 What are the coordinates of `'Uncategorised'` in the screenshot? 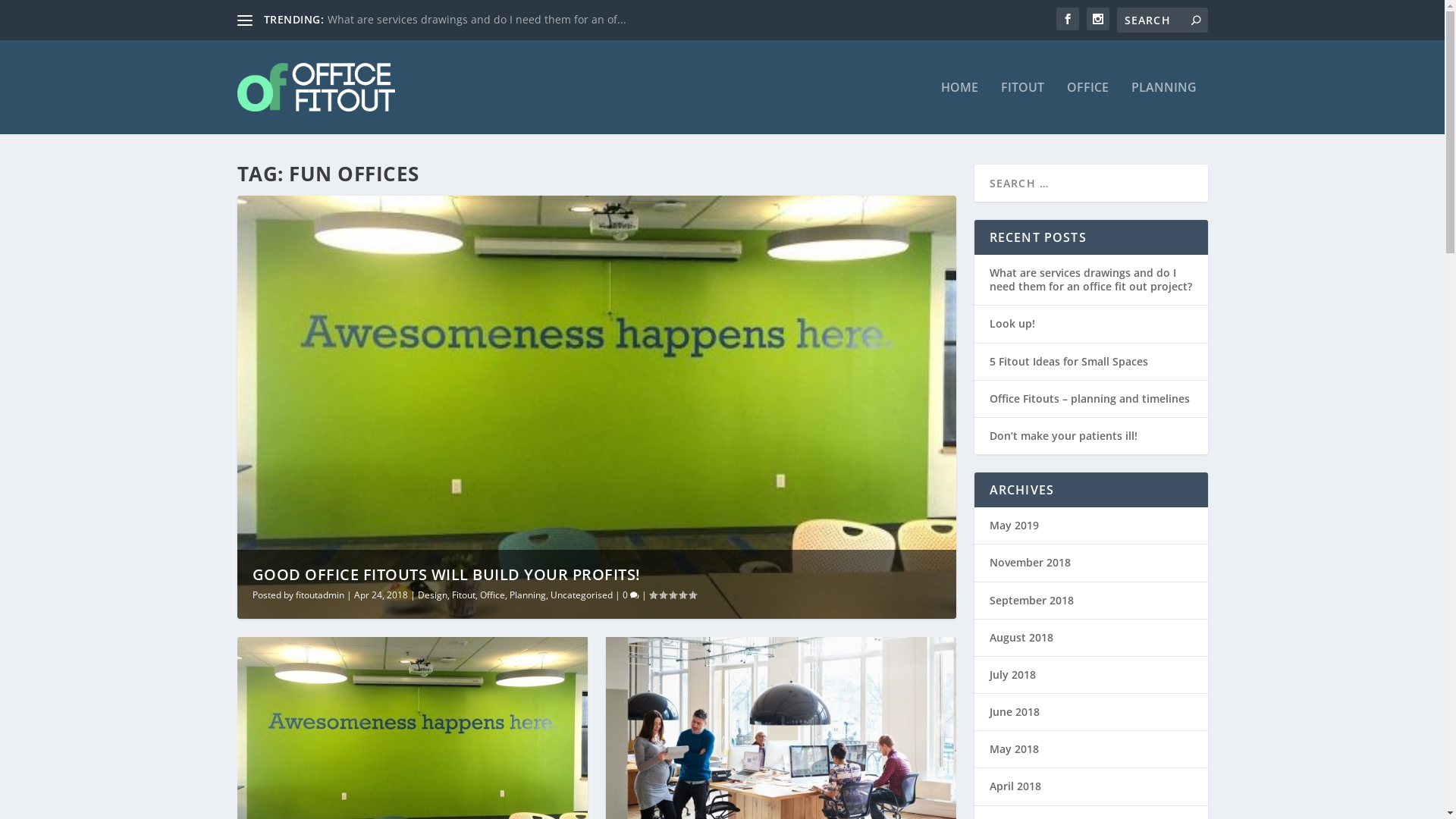 It's located at (581, 594).